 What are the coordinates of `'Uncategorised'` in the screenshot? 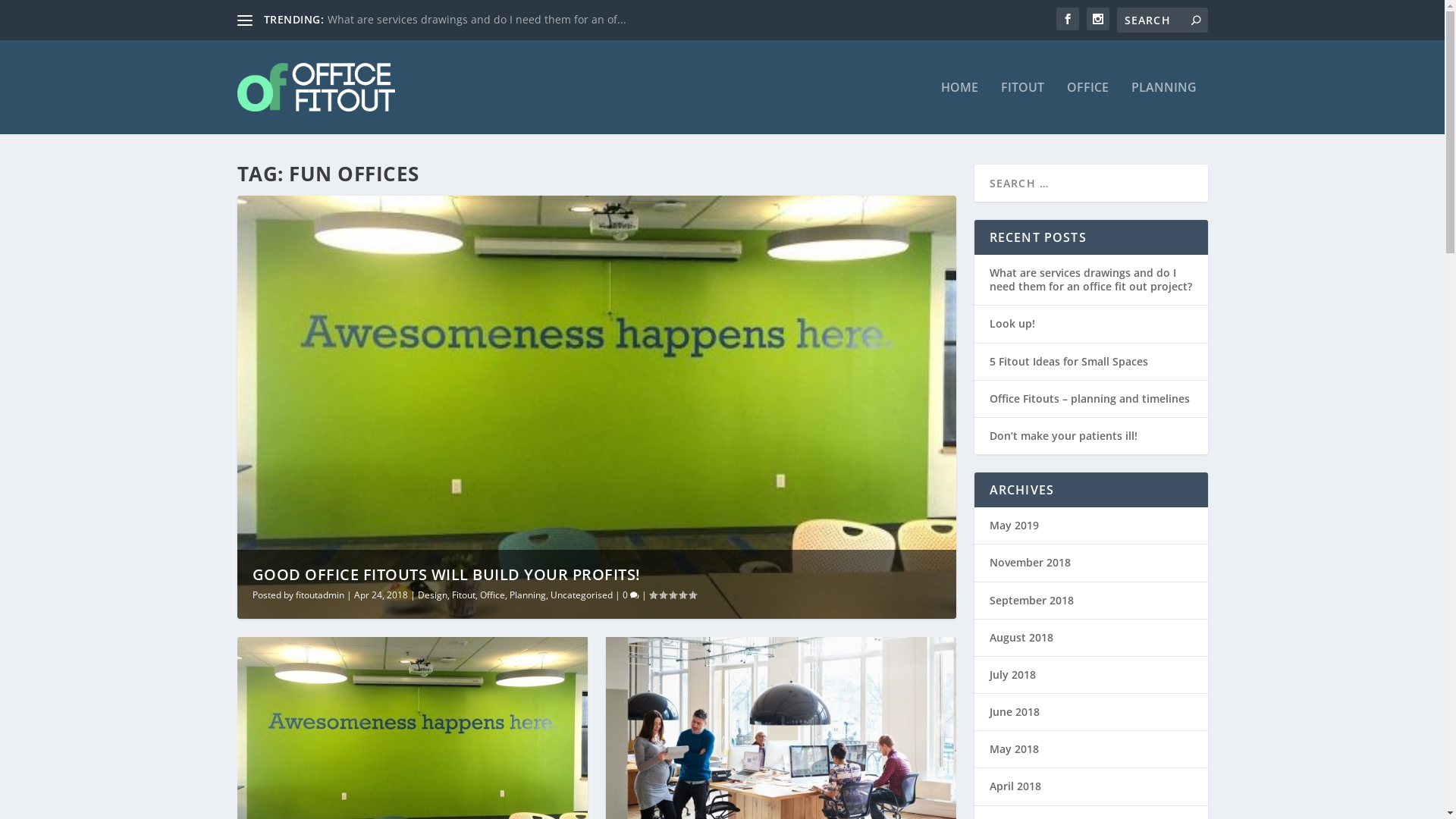 It's located at (581, 594).